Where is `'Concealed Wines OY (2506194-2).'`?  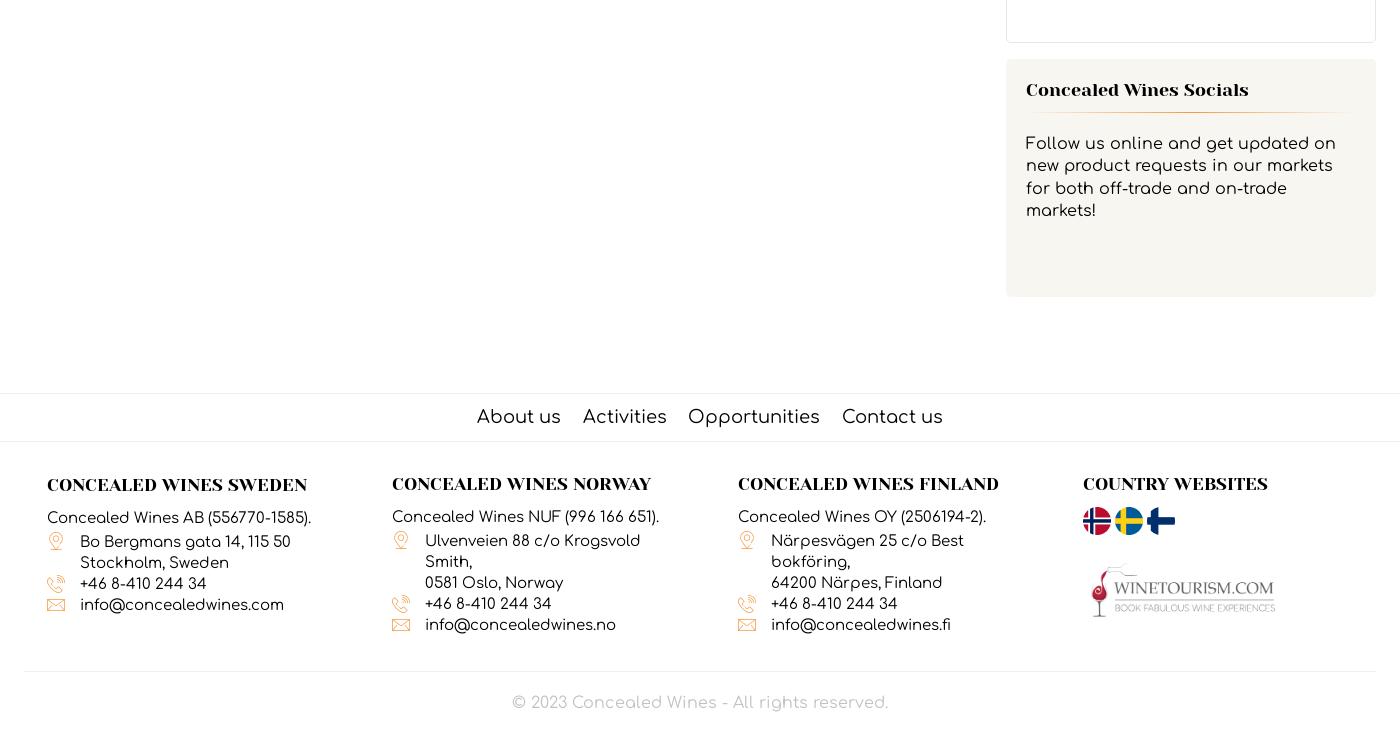 'Concealed Wines OY (2506194-2).' is located at coordinates (861, 515).